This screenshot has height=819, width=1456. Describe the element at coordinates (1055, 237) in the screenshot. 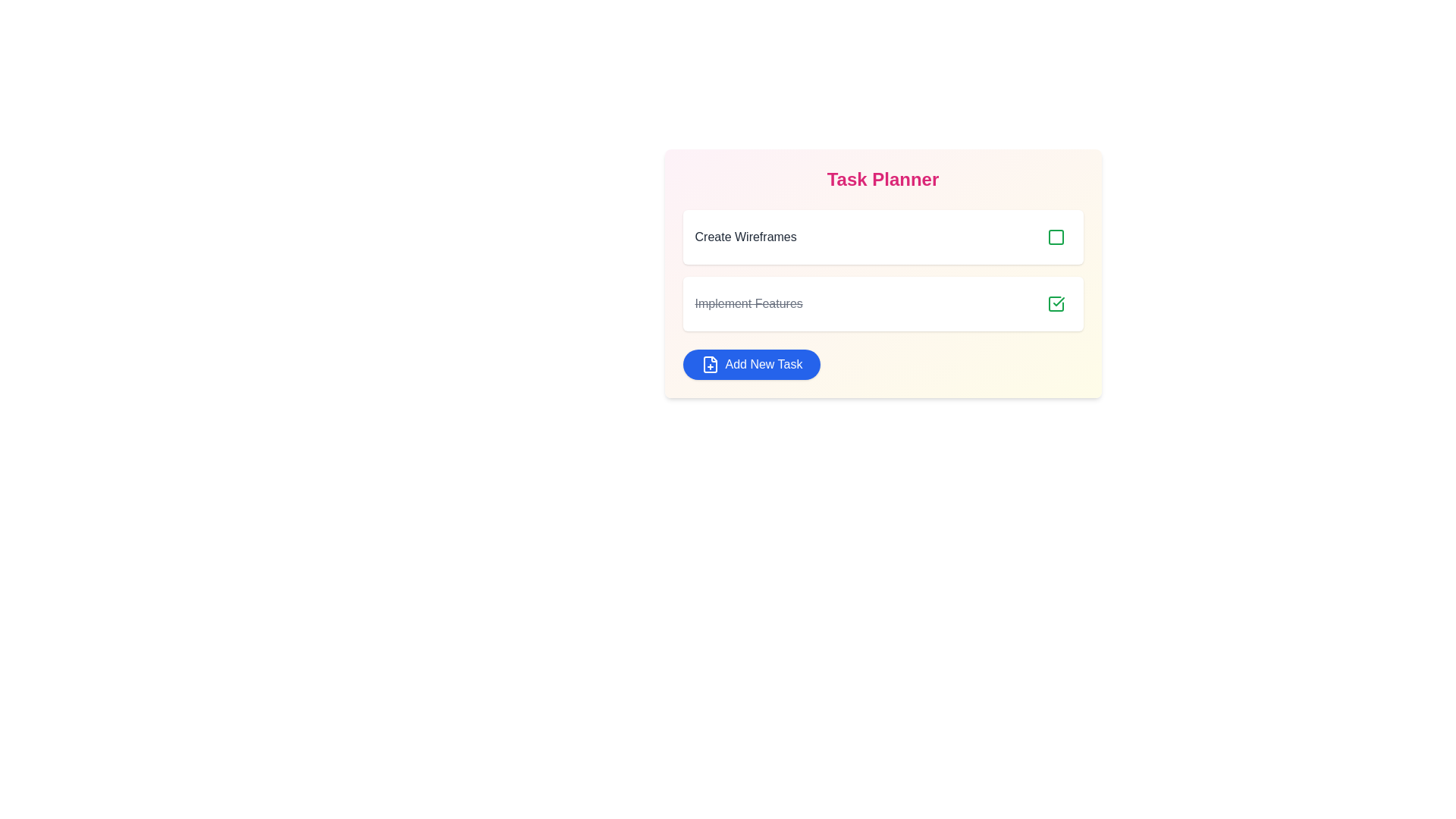

I see `the interactive icon in the top-right corner of the 'Create Wireframes' task card` at that location.